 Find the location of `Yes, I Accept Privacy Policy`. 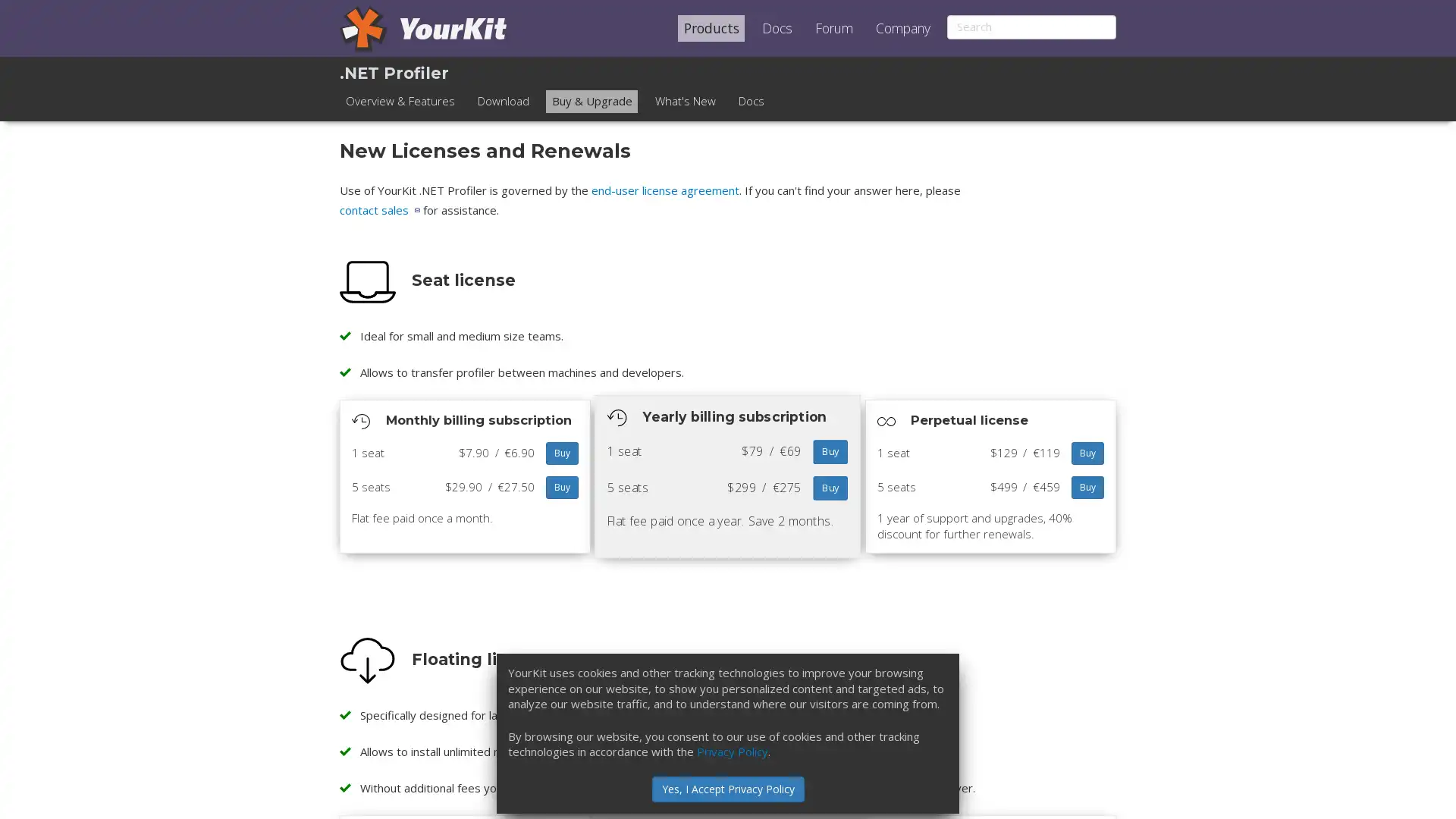

Yes, I Accept Privacy Policy is located at coordinates (726, 788).